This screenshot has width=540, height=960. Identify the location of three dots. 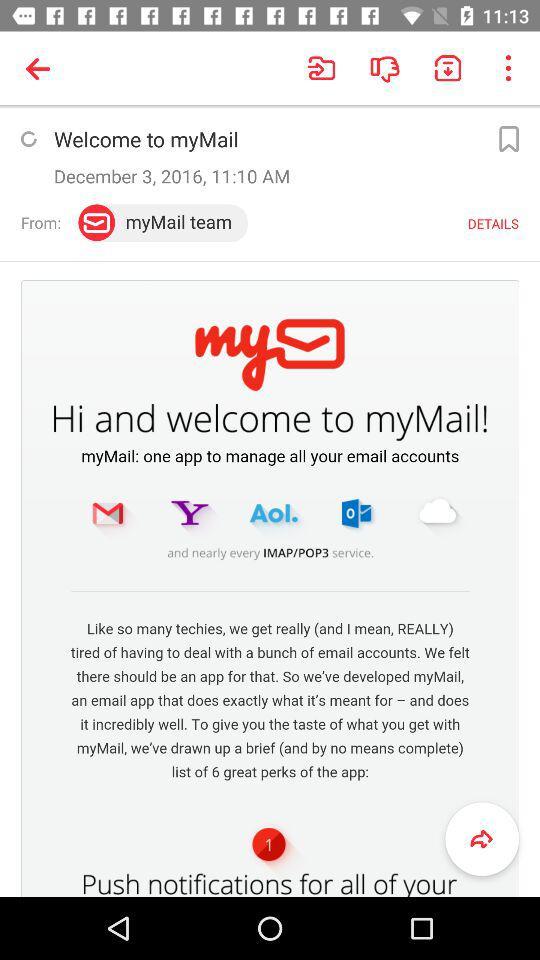
(507, 68).